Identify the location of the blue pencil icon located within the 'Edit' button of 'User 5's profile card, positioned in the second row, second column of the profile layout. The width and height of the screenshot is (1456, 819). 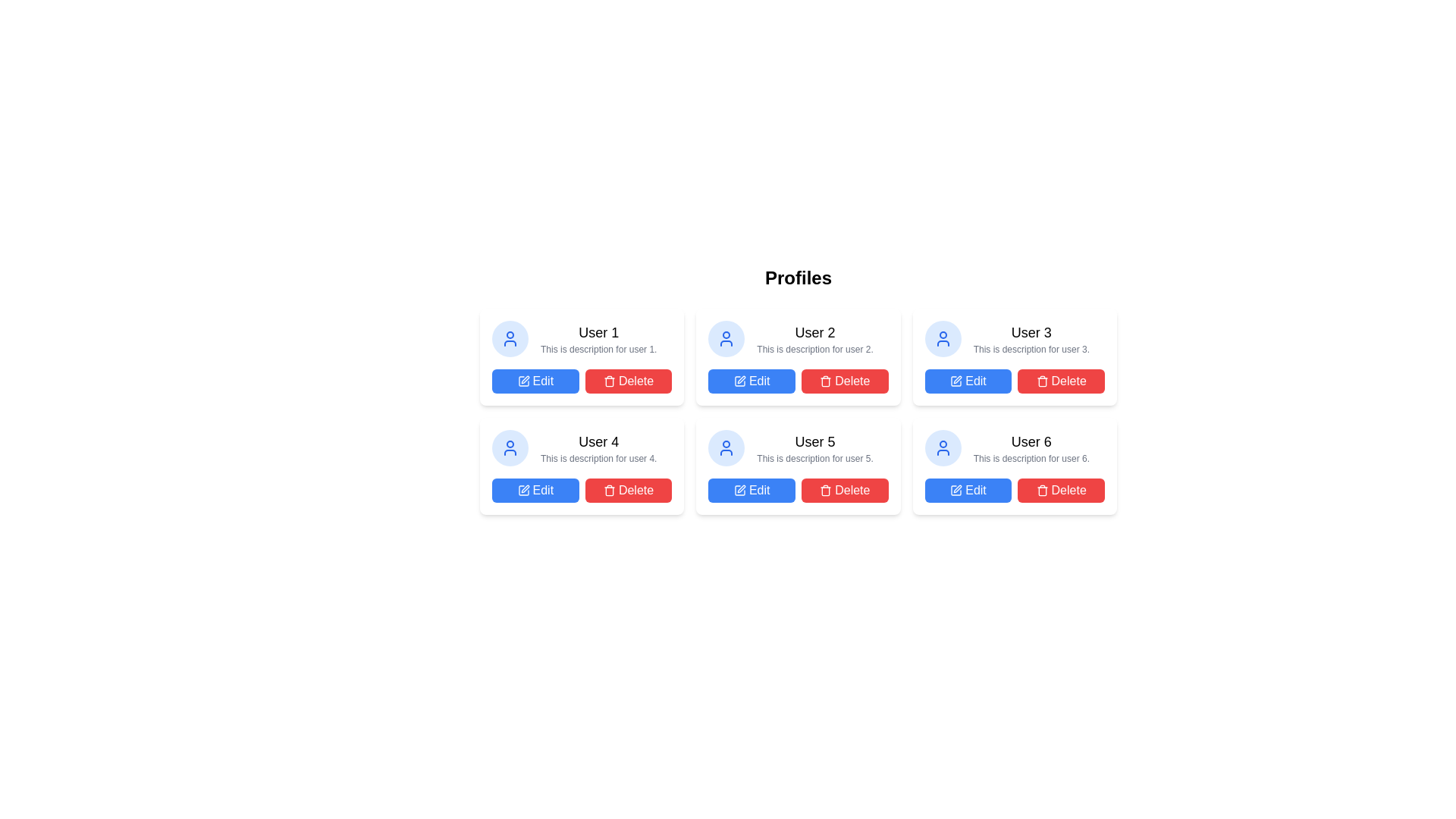
(739, 491).